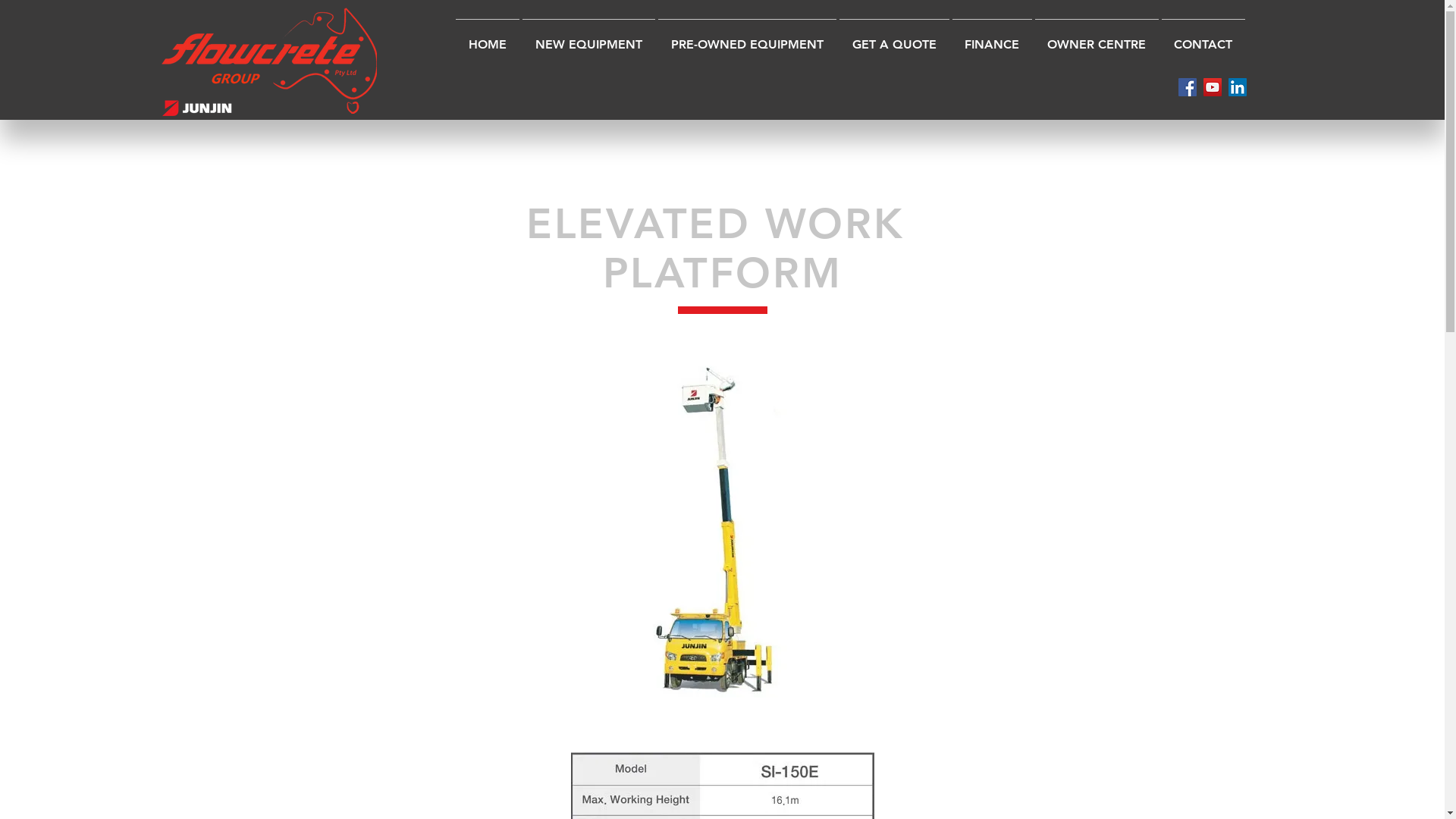 The image size is (1456, 819). What do you see at coordinates (487, 37) in the screenshot?
I see `'HOME'` at bounding box center [487, 37].